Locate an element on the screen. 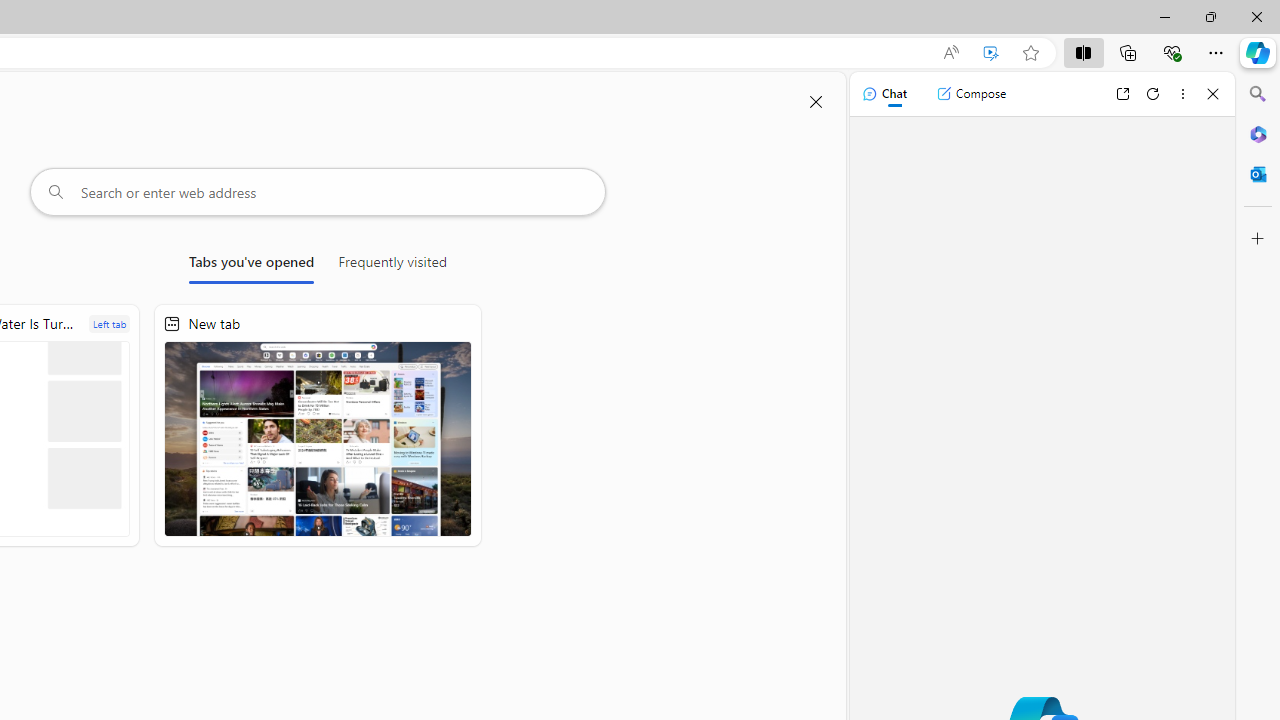 The width and height of the screenshot is (1280, 720). 'Search or enter web address' is located at coordinates (316, 191).